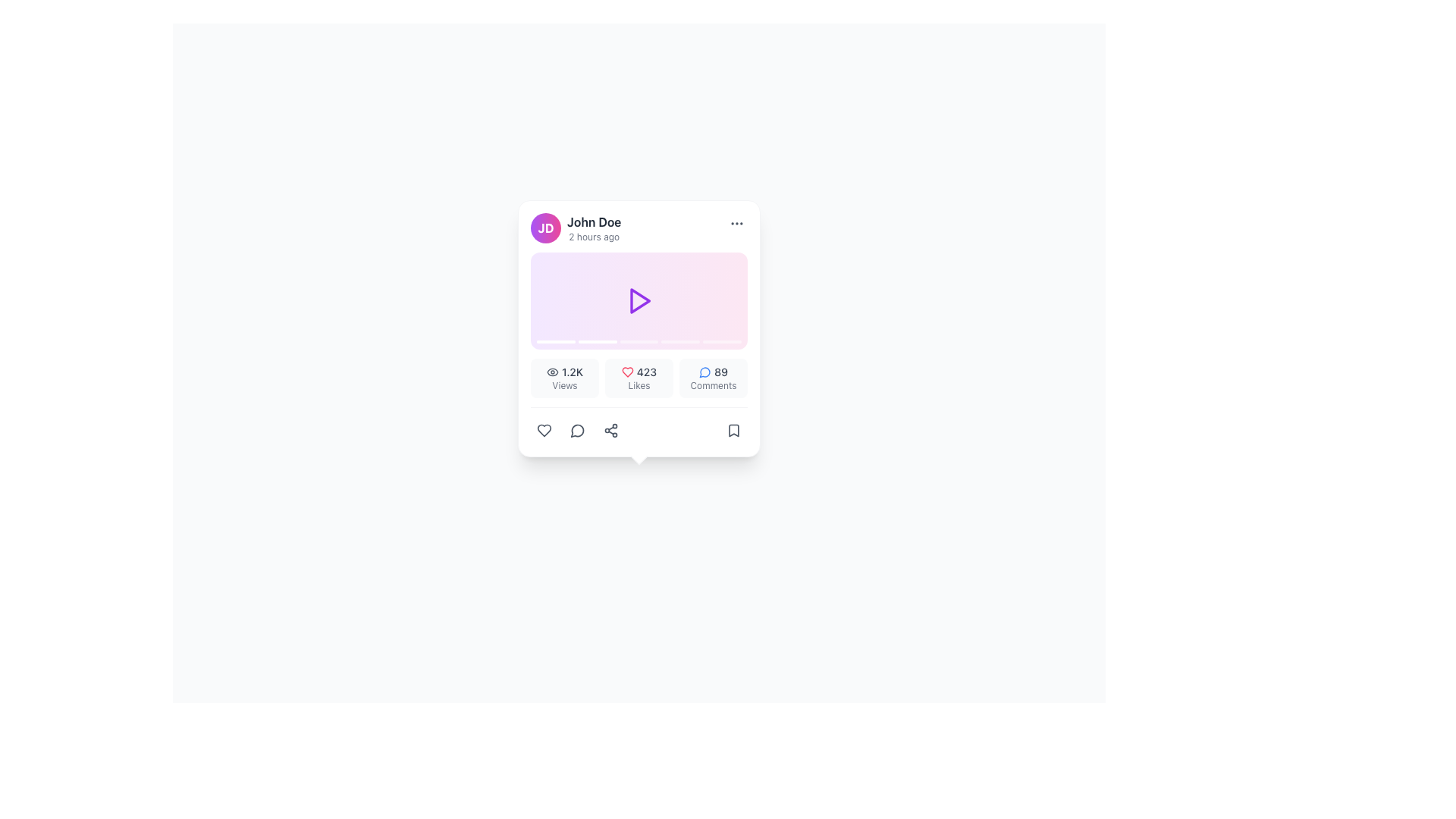 This screenshot has width=1456, height=819. I want to click on the Text Label displaying the user's name in the upper-left corner of the card, so click(593, 222).